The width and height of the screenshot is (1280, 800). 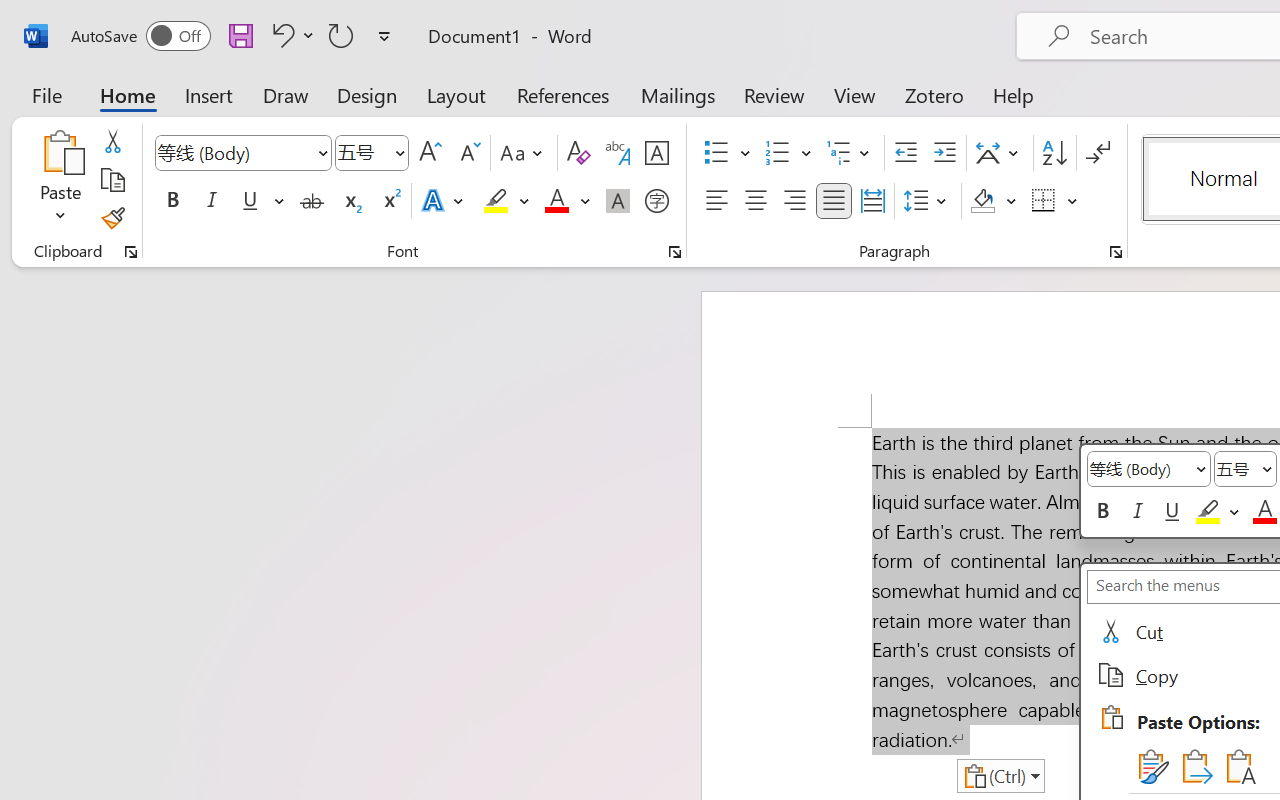 What do you see at coordinates (111, 218) in the screenshot?
I see `'Format Painter'` at bounding box center [111, 218].